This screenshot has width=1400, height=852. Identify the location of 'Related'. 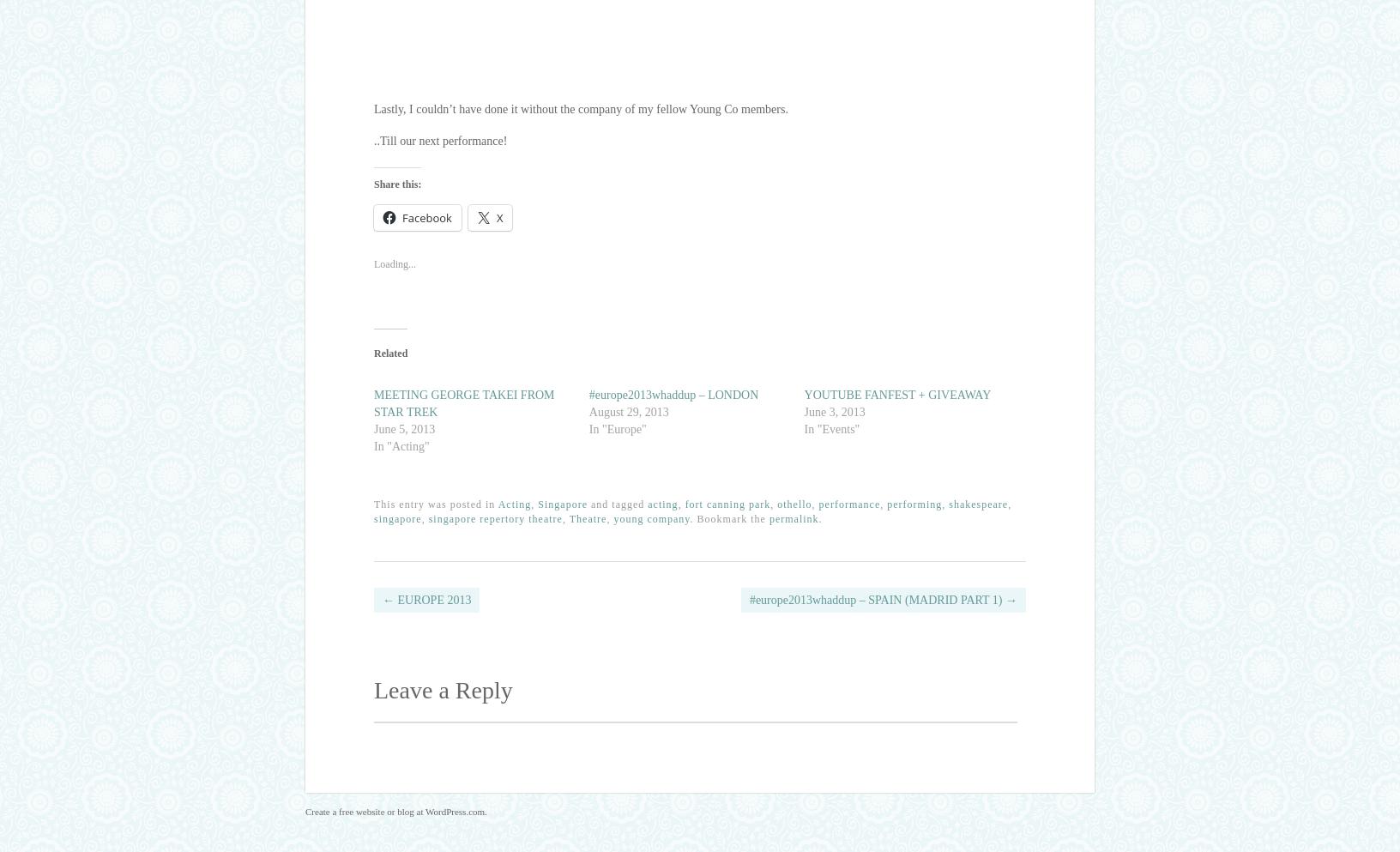
(389, 352).